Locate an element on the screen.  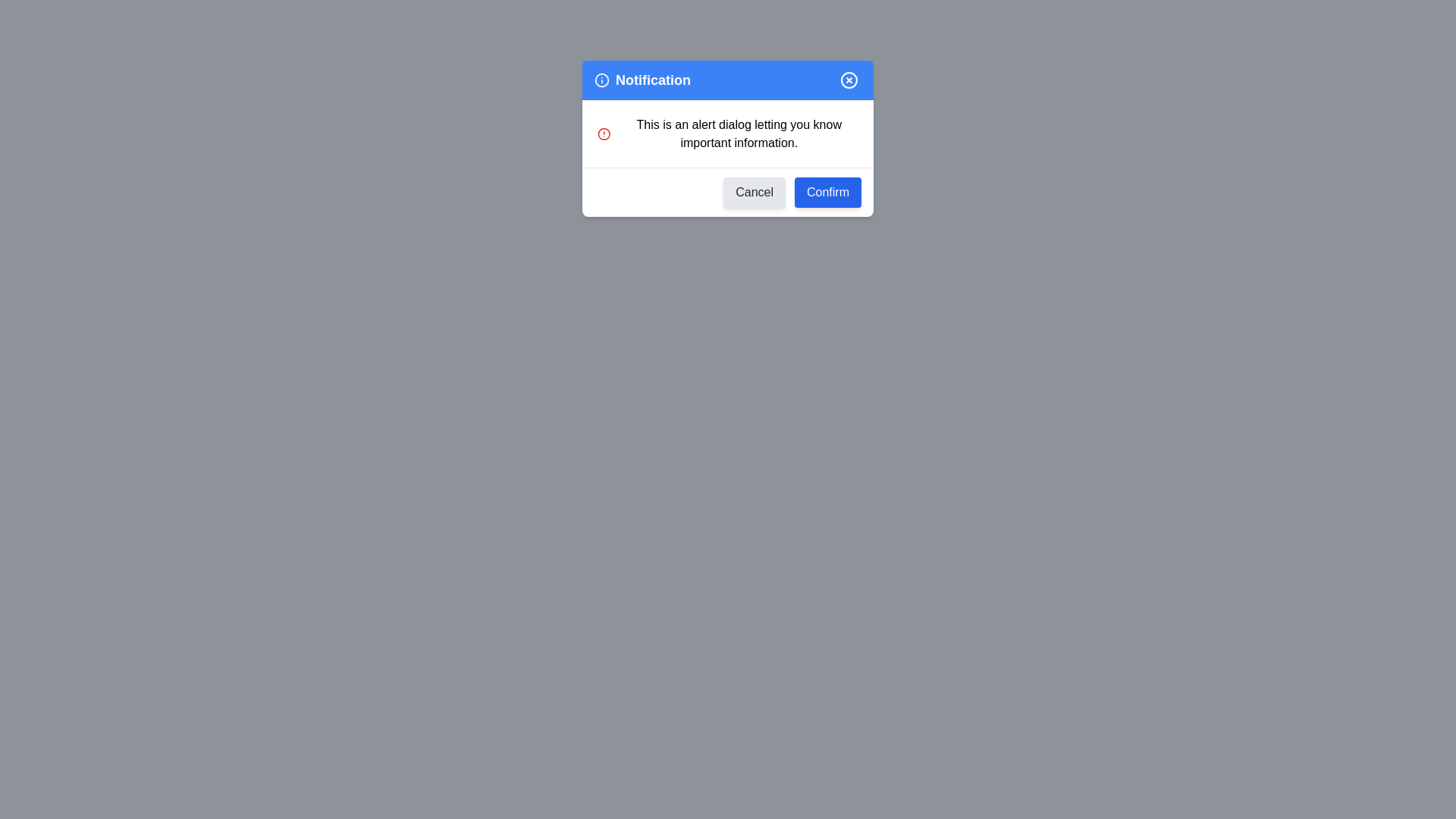
the 'Cancel' button located at the bottom right corner of the dialog box, which has a light gray background and contains the text 'Cancel' in dark gray font is located at coordinates (755, 192).